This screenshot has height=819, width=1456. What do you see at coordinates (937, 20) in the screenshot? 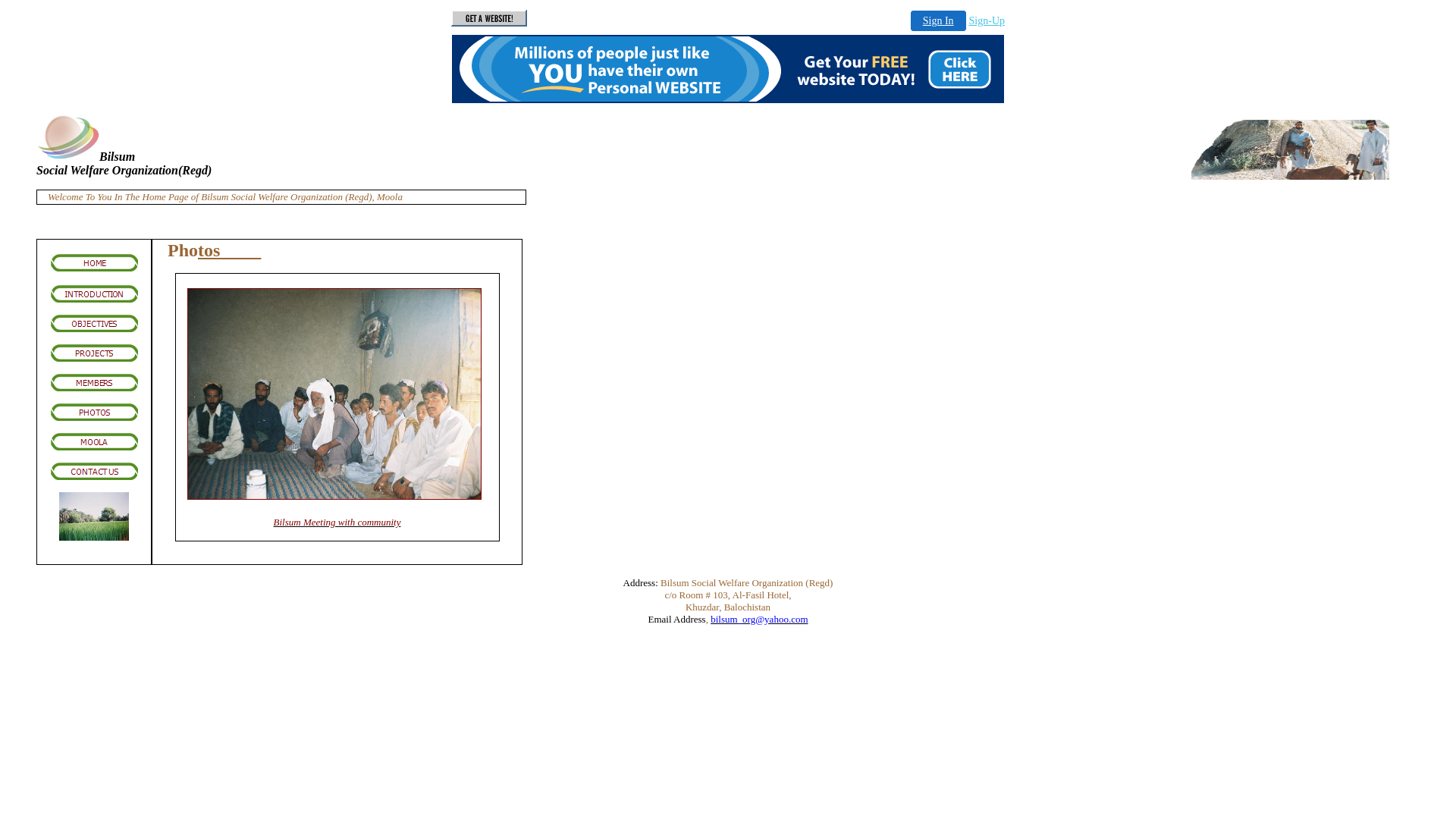
I see `'Sign In'` at bounding box center [937, 20].